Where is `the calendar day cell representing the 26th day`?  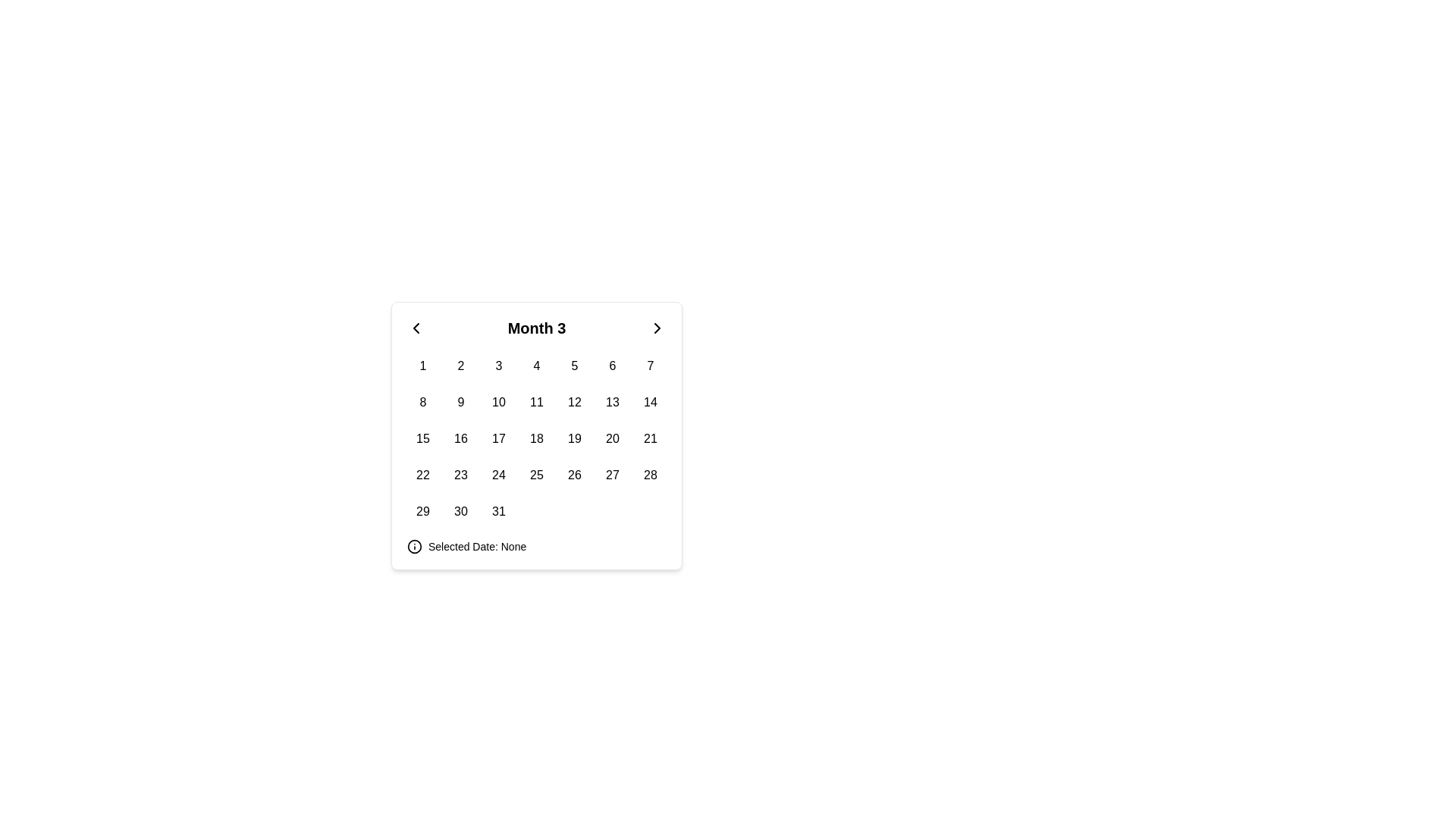
the calendar day cell representing the 26th day is located at coordinates (574, 475).